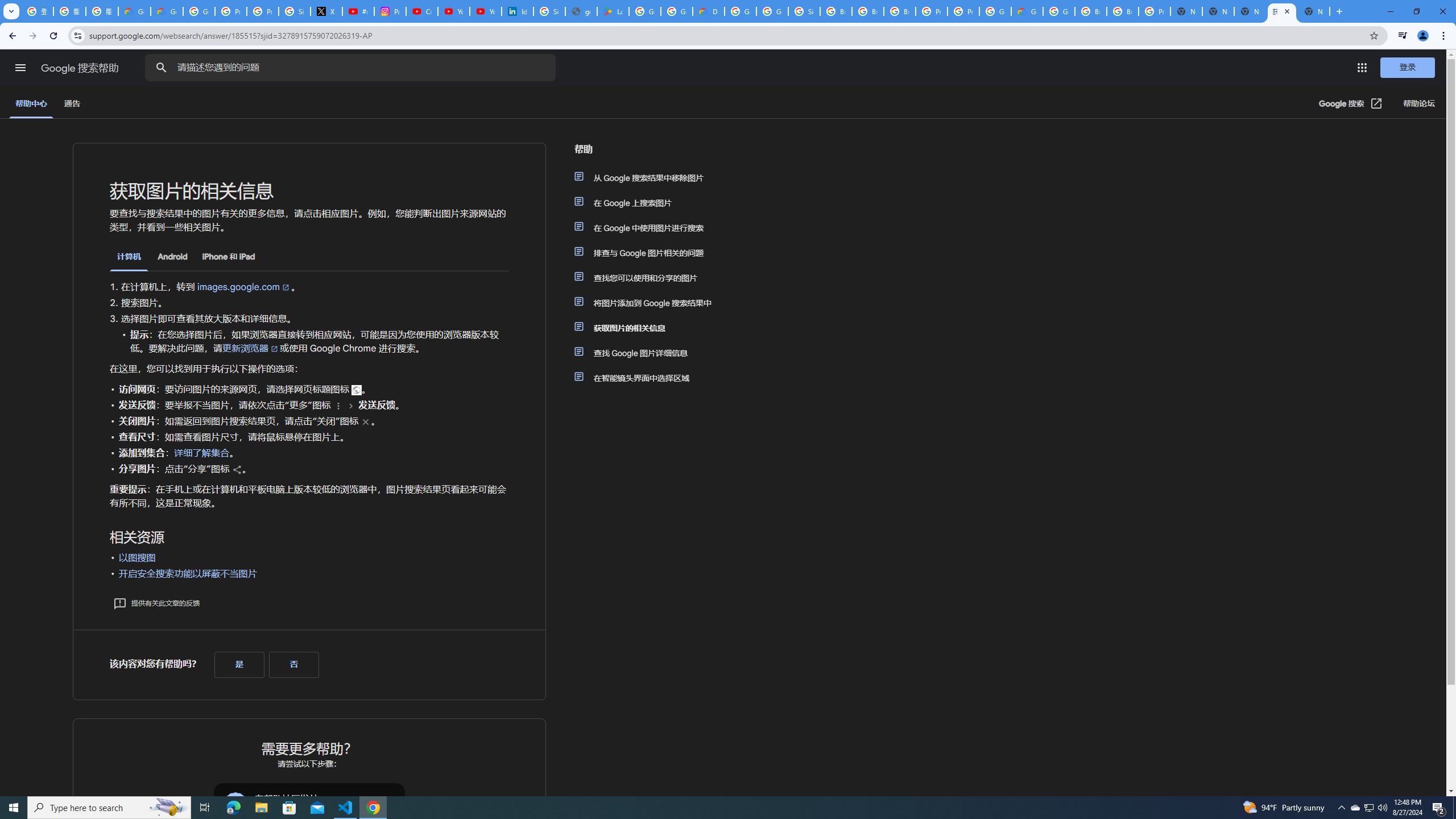 The width and height of the screenshot is (1456, 819). What do you see at coordinates (485, 11) in the screenshot?
I see `'YouTube Culture & Trends - YouTube Top 10, 2021'` at bounding box center [485, 11].